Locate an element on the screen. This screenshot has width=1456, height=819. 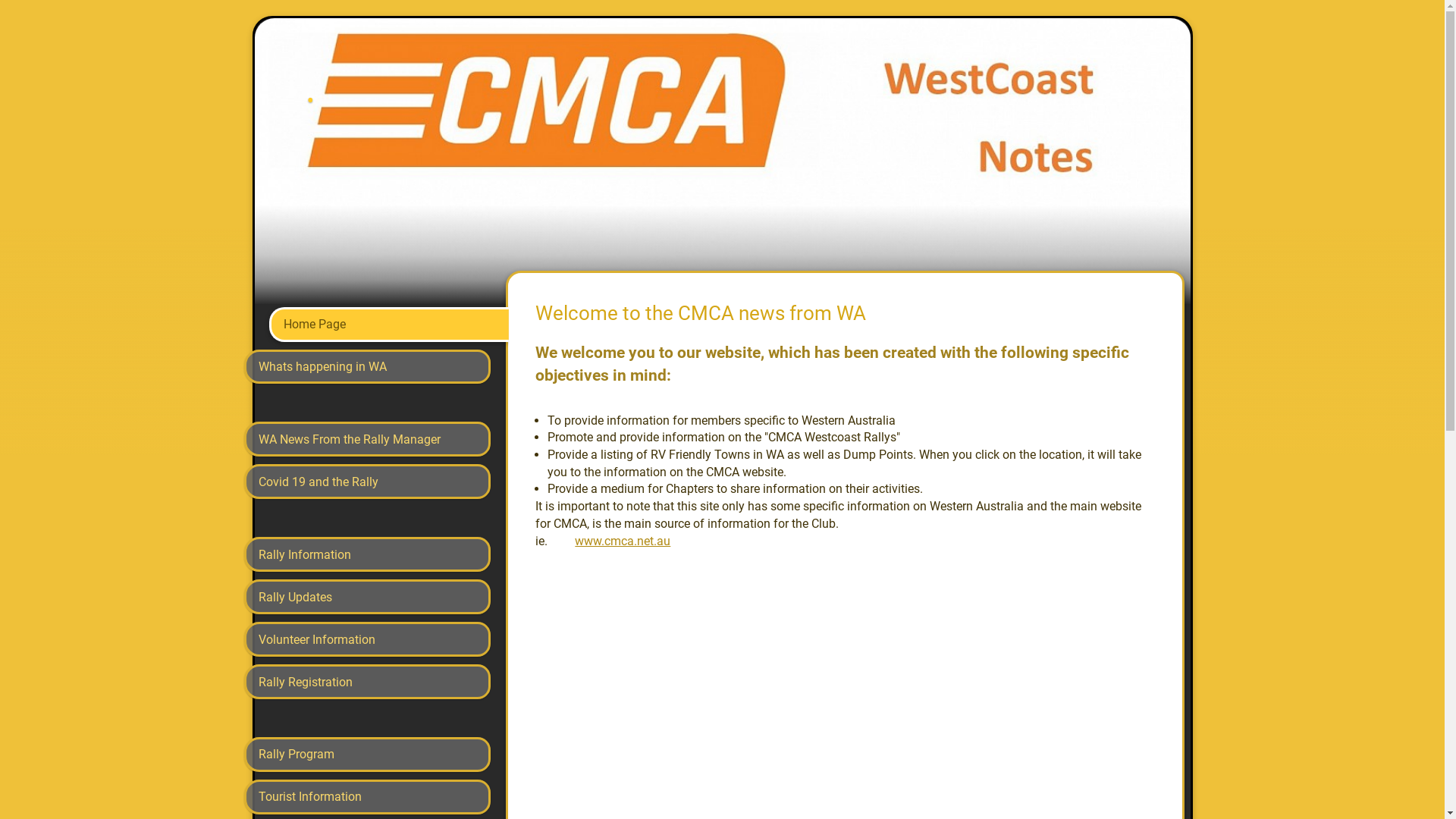
'Tourist Information' is located at coordinates (367, 795).